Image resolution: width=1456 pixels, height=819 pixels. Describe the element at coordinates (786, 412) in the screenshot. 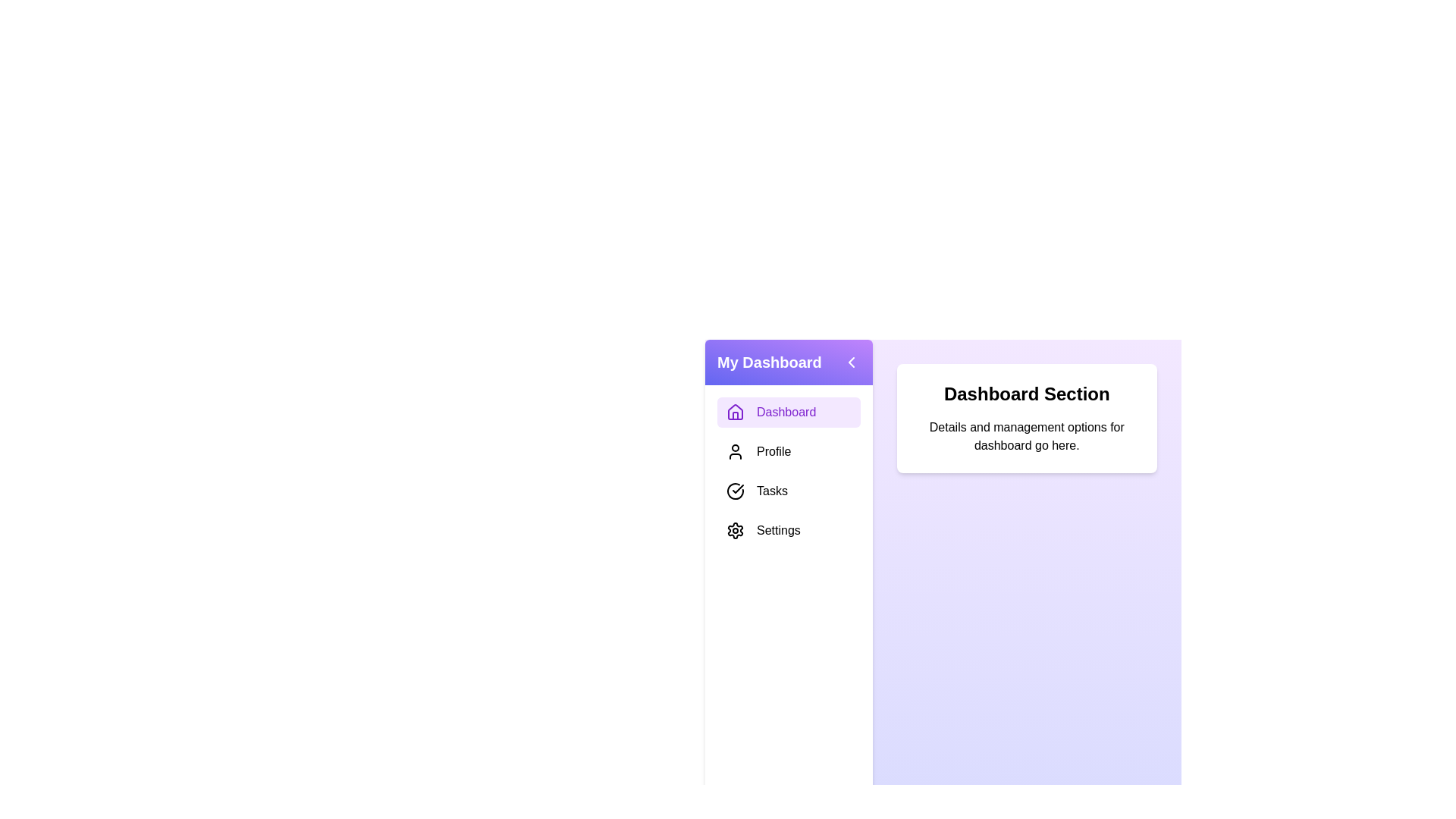

I see `the 'Dashboard' text label located in the left sidebar` at that location.